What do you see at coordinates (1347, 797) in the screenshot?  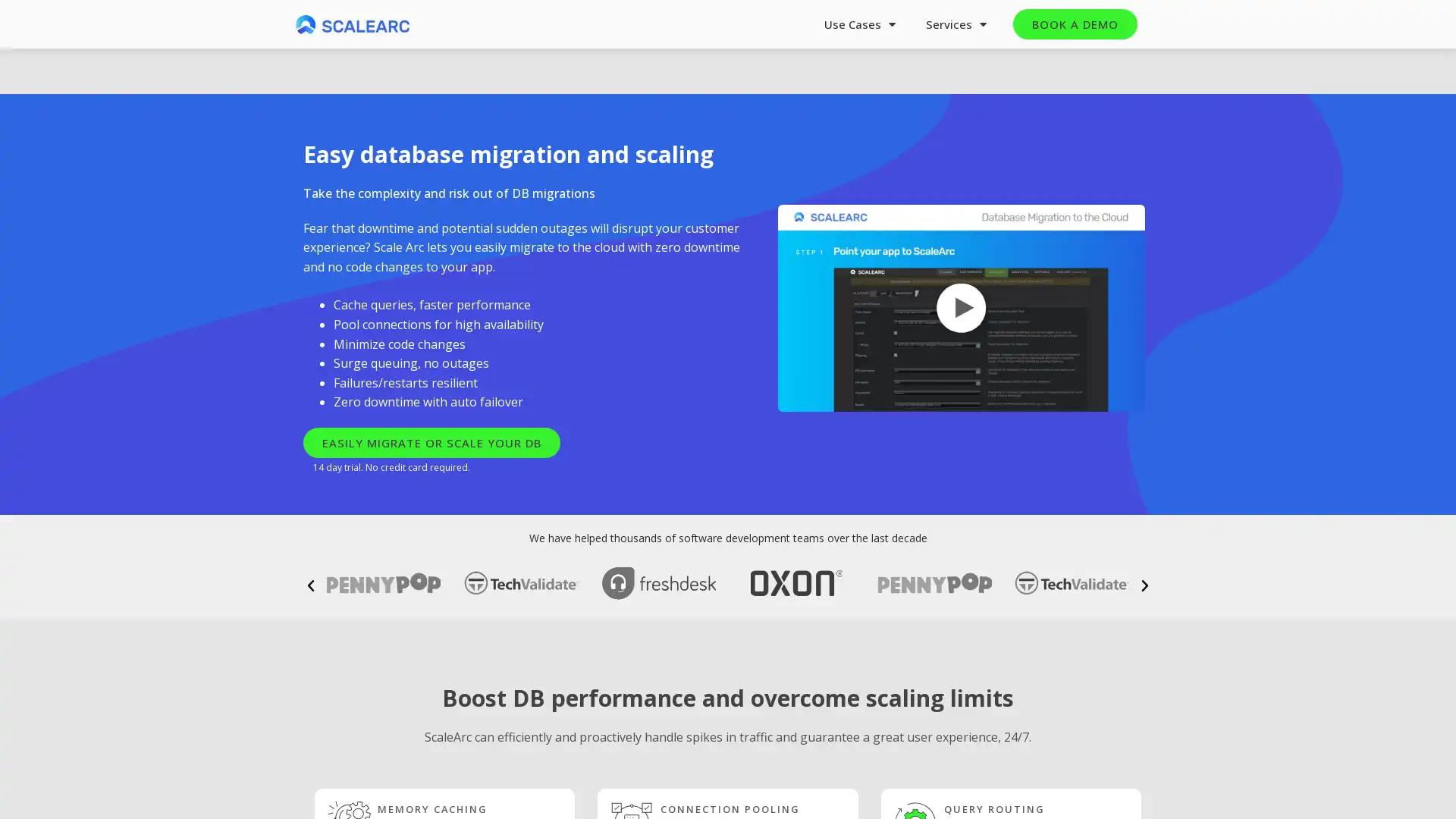 I see `Next` at bounding box center [1347, 797].